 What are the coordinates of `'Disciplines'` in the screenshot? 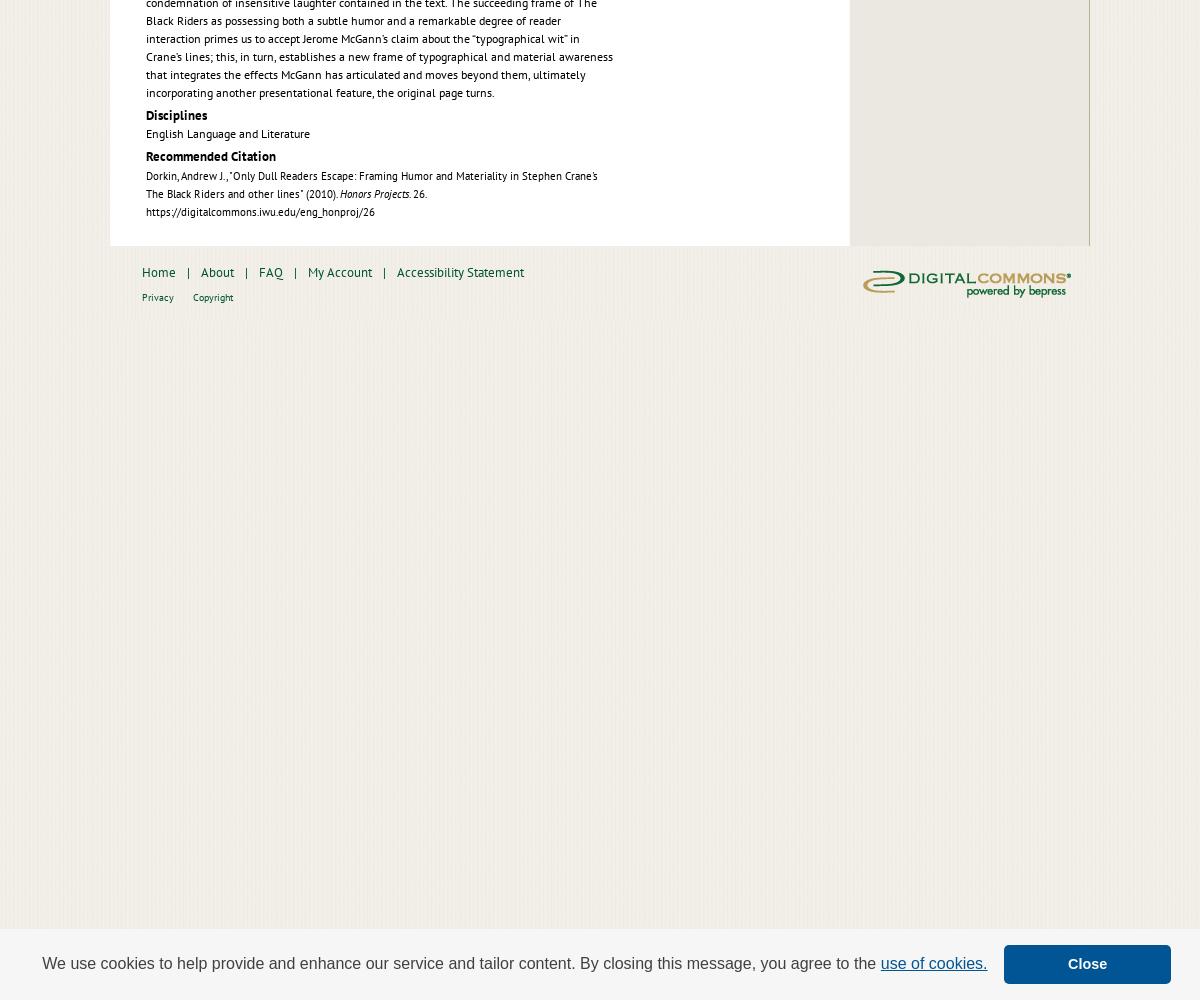 It's located at (175, 113).